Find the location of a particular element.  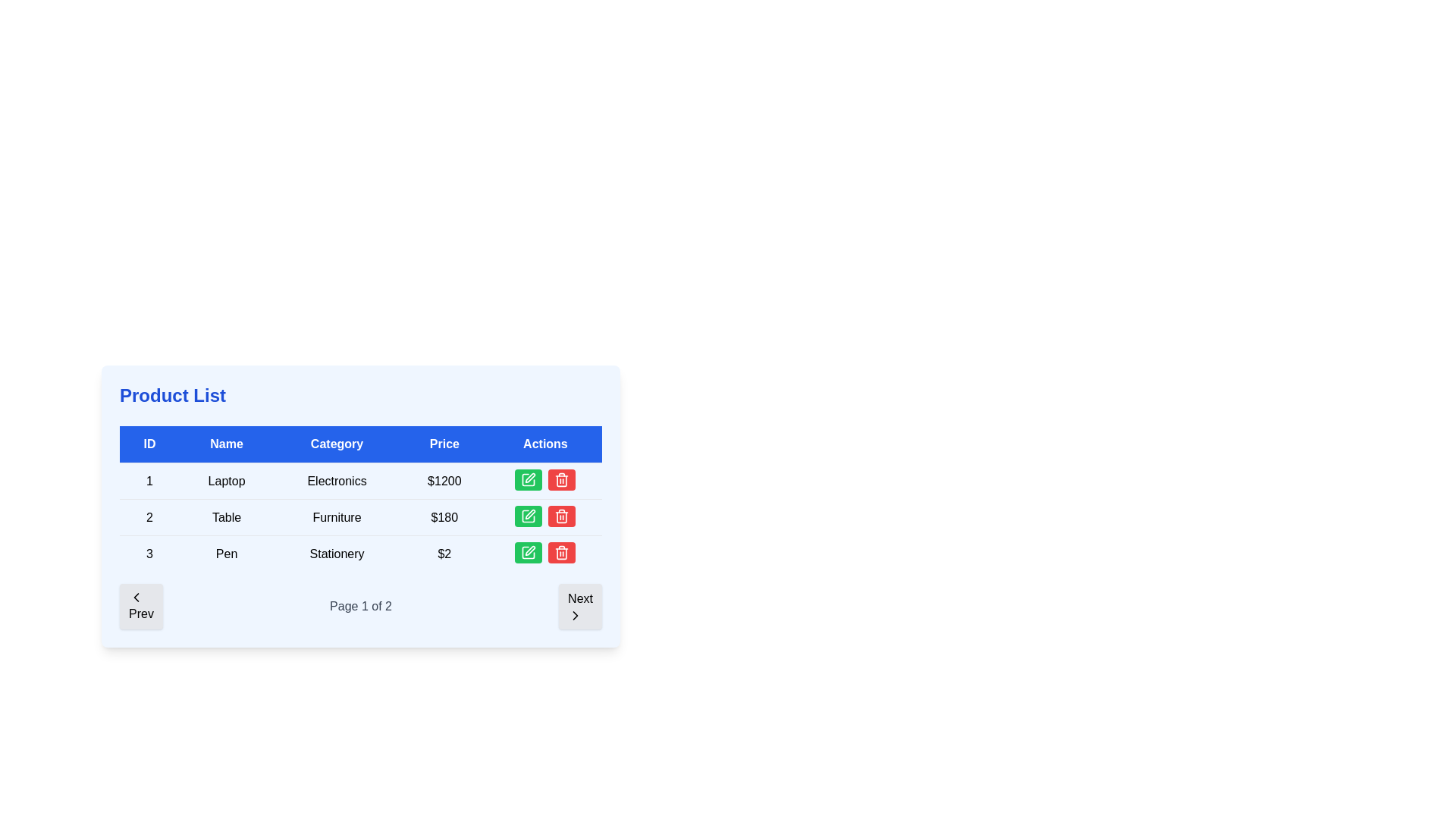

the 'edit' icon button located in the second row under the 'Actions' column of the table is located at coordinates (529, 516).